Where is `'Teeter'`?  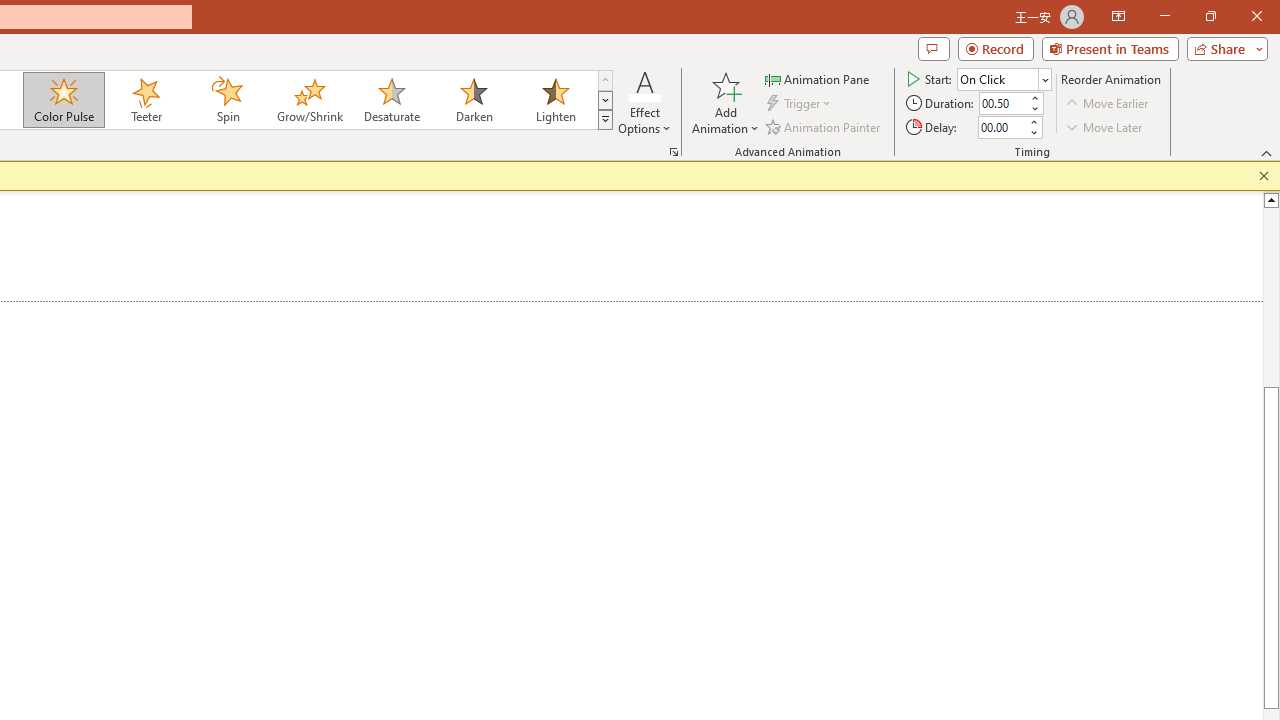 'Teeter' is located at coordinates (144, 100).